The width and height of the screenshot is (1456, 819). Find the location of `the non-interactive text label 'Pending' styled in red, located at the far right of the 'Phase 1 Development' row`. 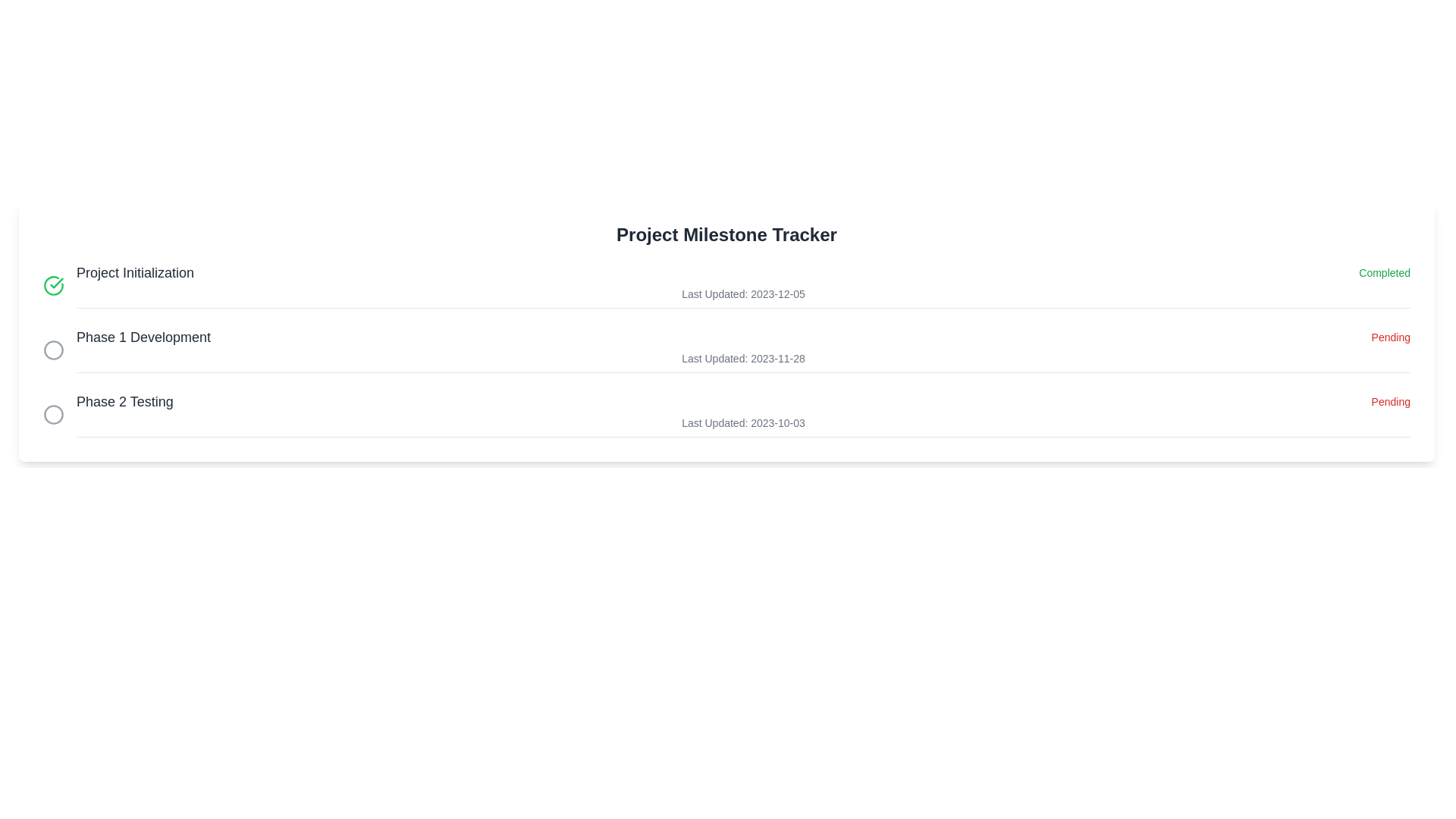

the non-interactive text label 'Pending' styled in red, located at the far right of the 'Phase 1 Development' row is located at coordinates (1391, 336).